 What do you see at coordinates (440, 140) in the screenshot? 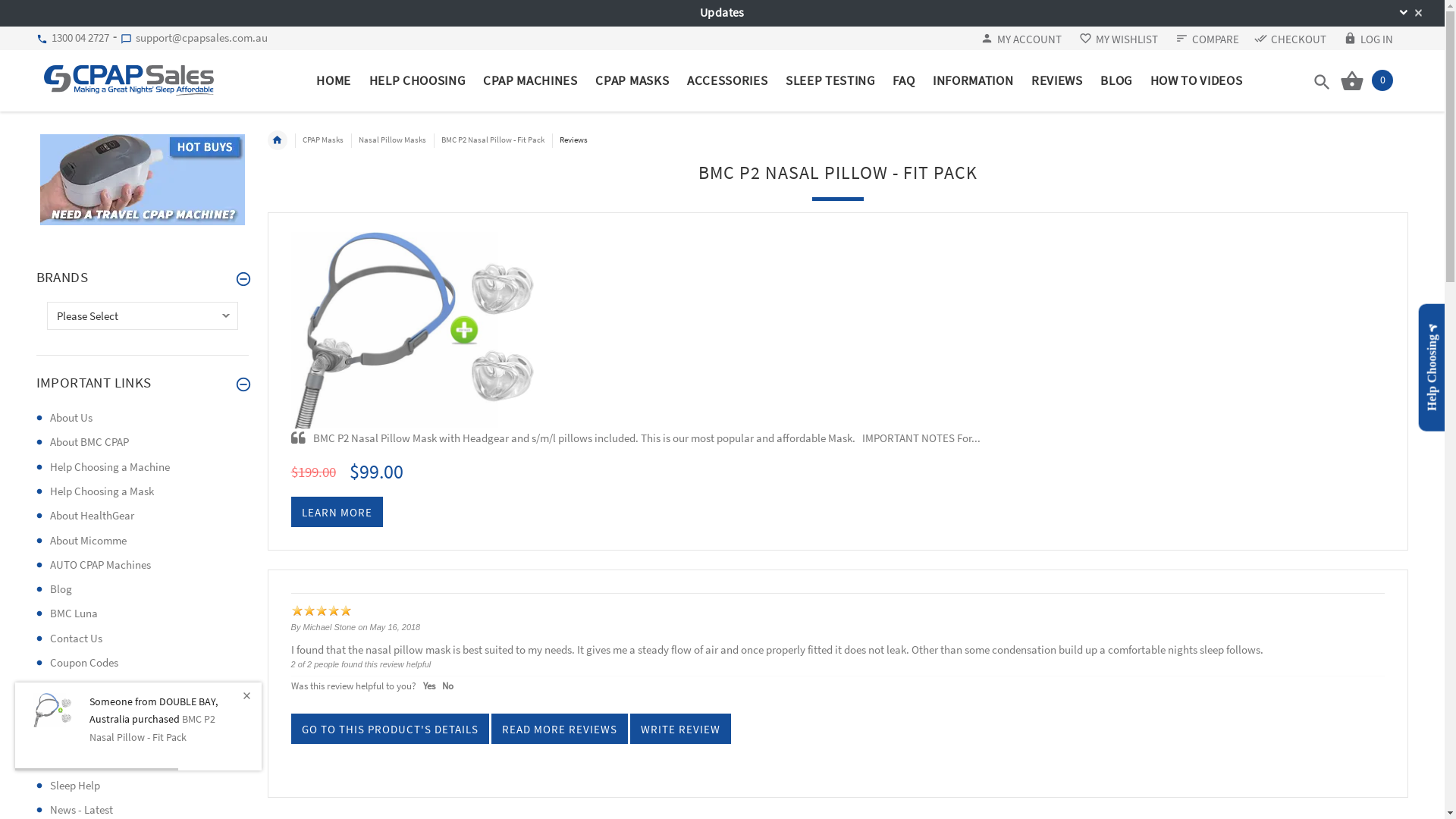
I see `'BMC P2 Nasal Pillow - Fit Pack'` at bounding box center [440, 140].